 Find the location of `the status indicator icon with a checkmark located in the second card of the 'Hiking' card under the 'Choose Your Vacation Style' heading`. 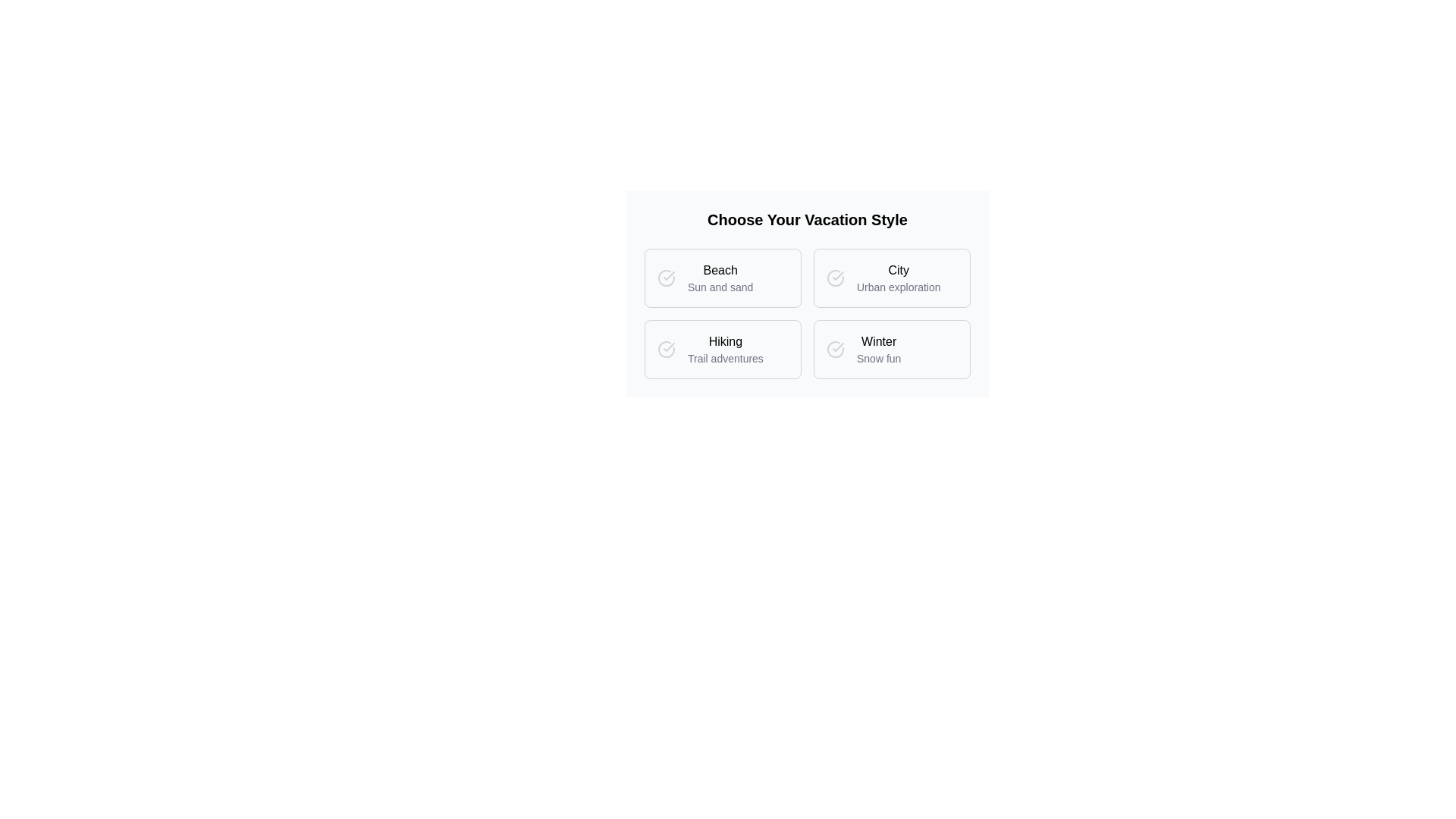

the status indicator icon with a checkmark located in the second card of the 'Hiking' card under the 'Choose Your Vacation Style' heading is located at coordinates (666, 350).